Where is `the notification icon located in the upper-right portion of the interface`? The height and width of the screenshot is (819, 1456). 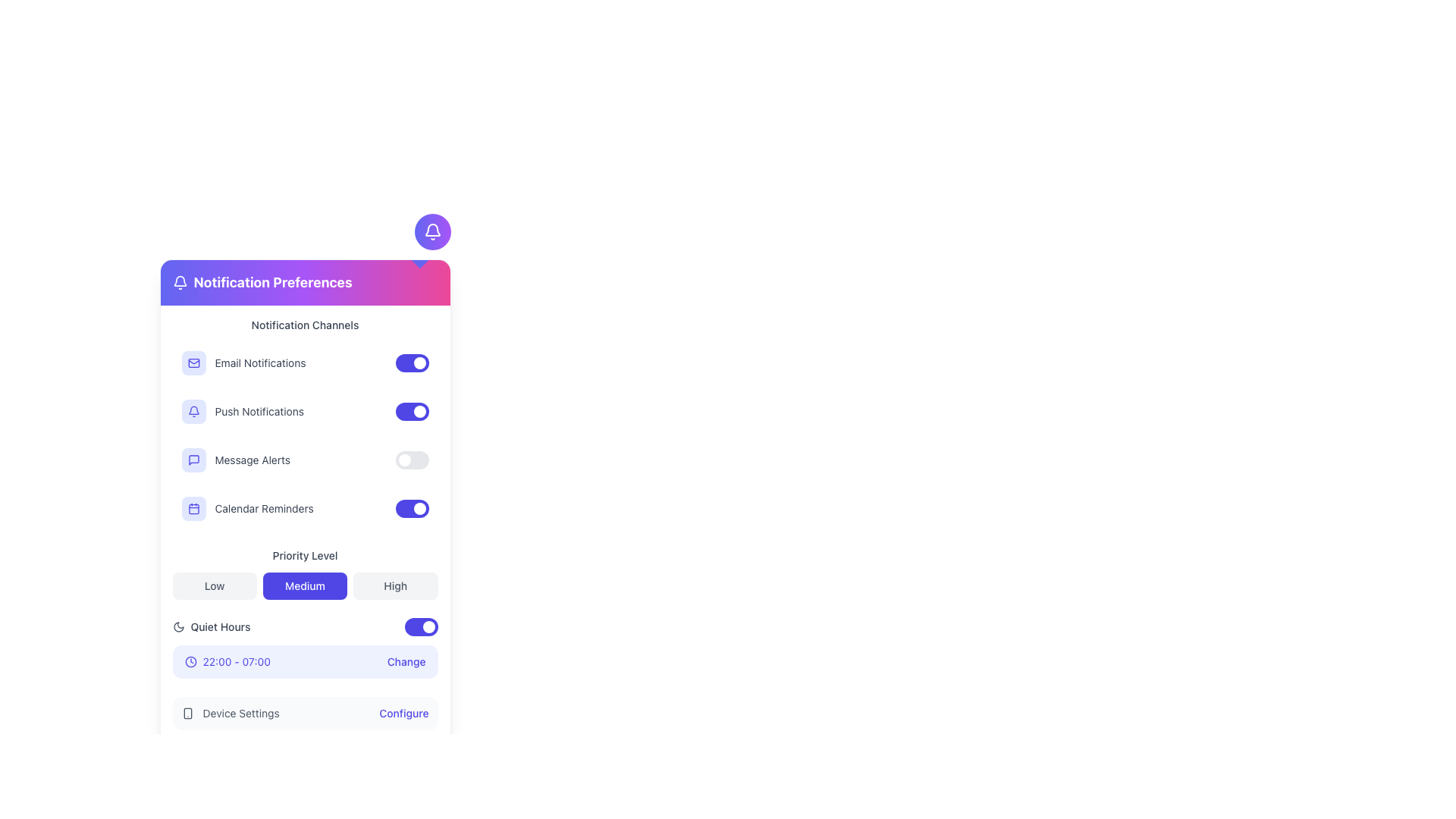 the notification icon located in the upper-right portion of the interface is located at coordinates (431, 231).